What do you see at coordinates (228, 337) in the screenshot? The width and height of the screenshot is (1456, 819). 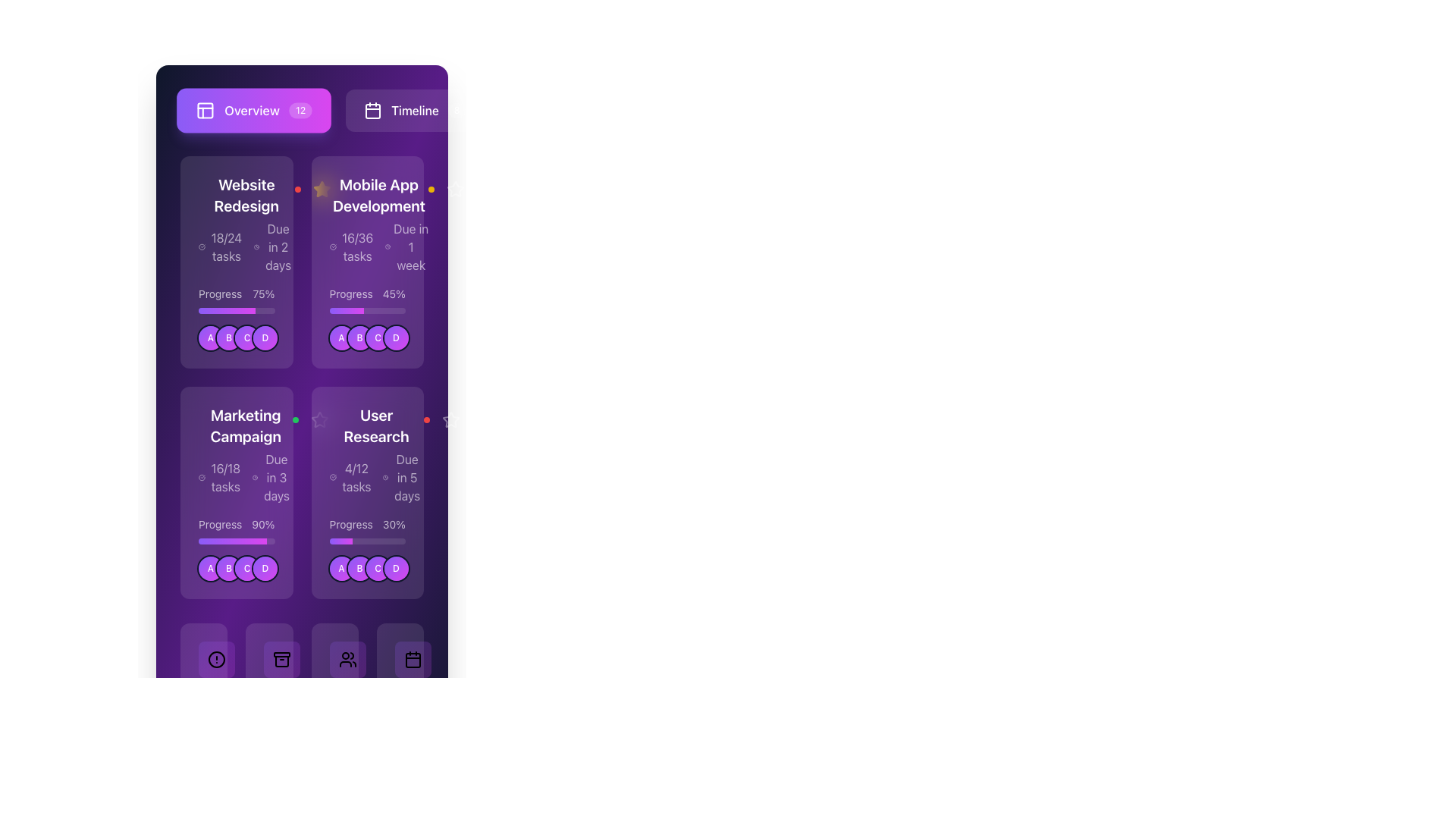 I see `the second circular badge representing a contributor for the 'Website Redesign' task` at bounding box center [228, 337].